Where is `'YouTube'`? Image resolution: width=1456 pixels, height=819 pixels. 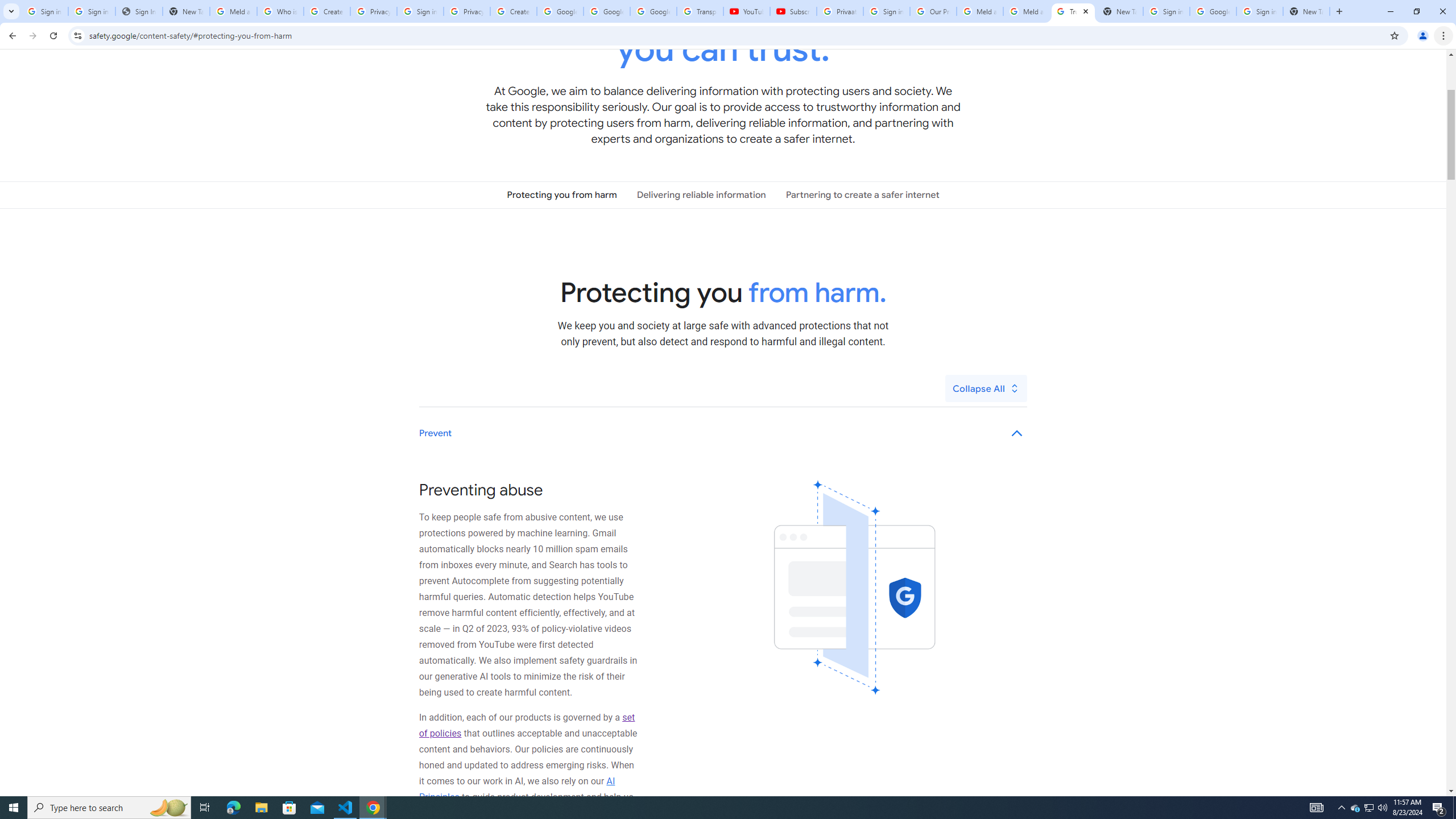 'YouTube' is located at coordinates (746, 11).